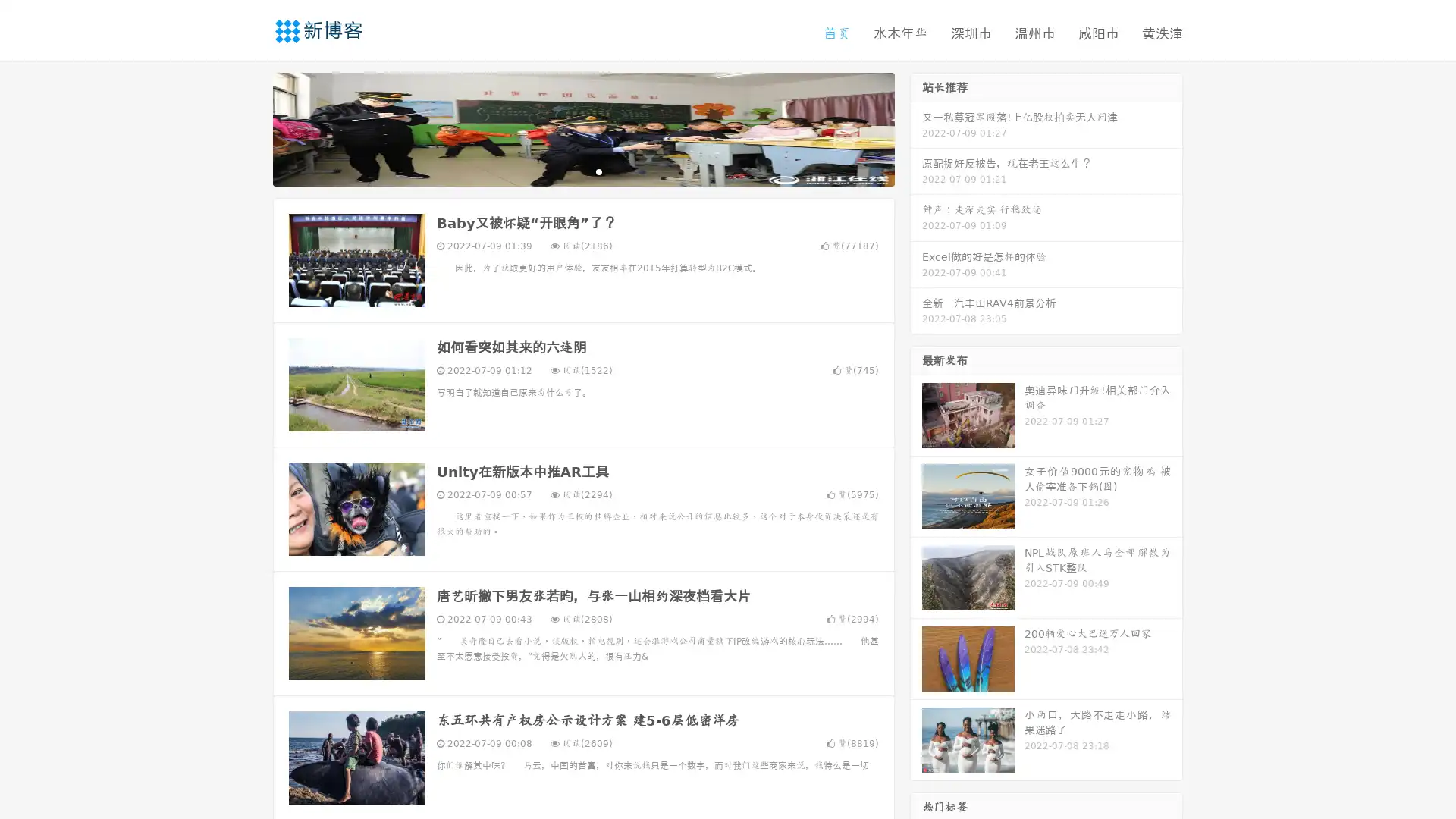 This screenshot has height=819, width=1456. I want to click on Previous slide, so click(250, 127).